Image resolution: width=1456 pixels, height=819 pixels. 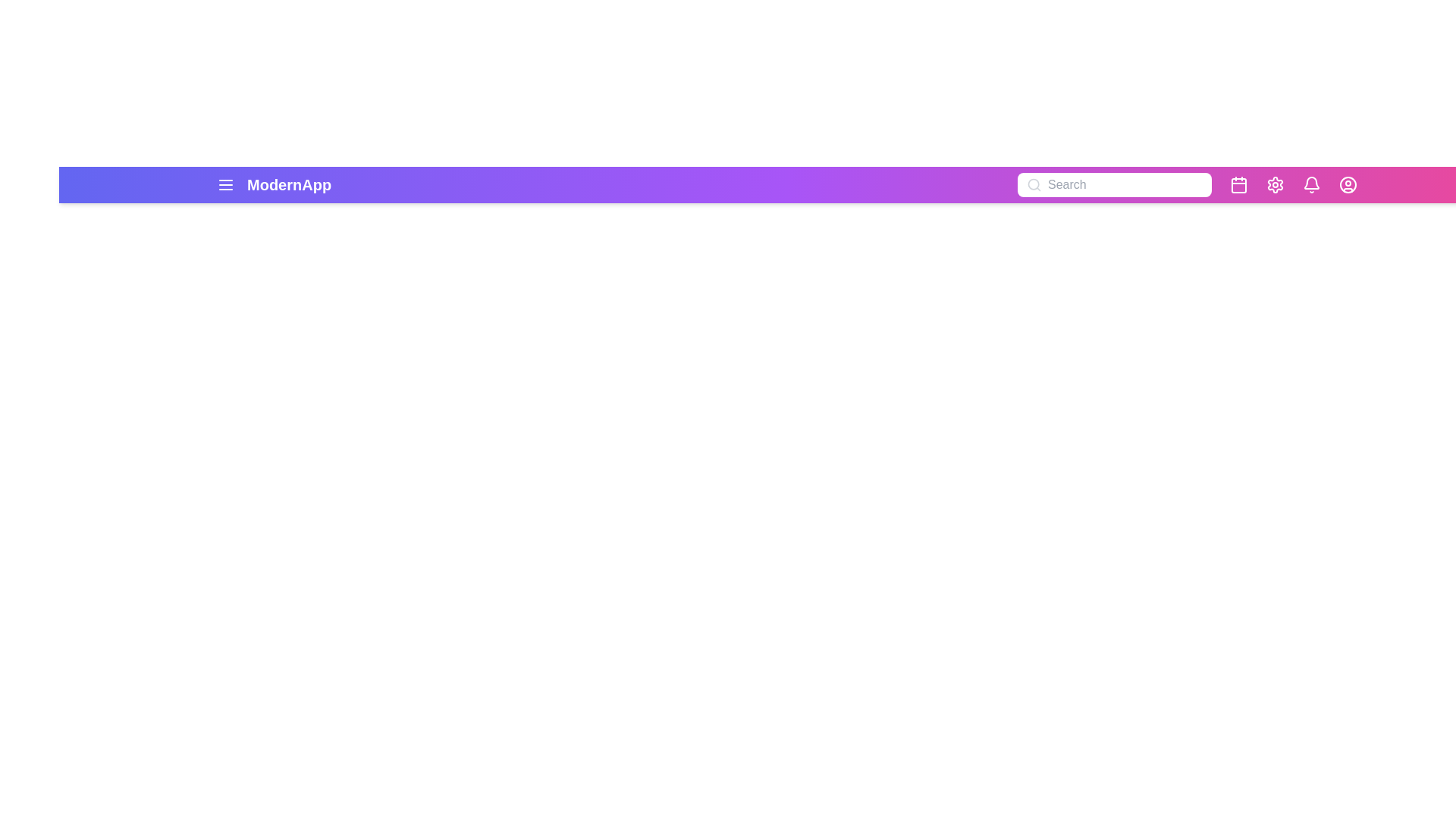 I want to click on the SVG graphical element that visually contributes to the appearance of the calendar icon, located at the center of the calendar icon, to the right of the search box in the header, so click(x=1238, y=185).